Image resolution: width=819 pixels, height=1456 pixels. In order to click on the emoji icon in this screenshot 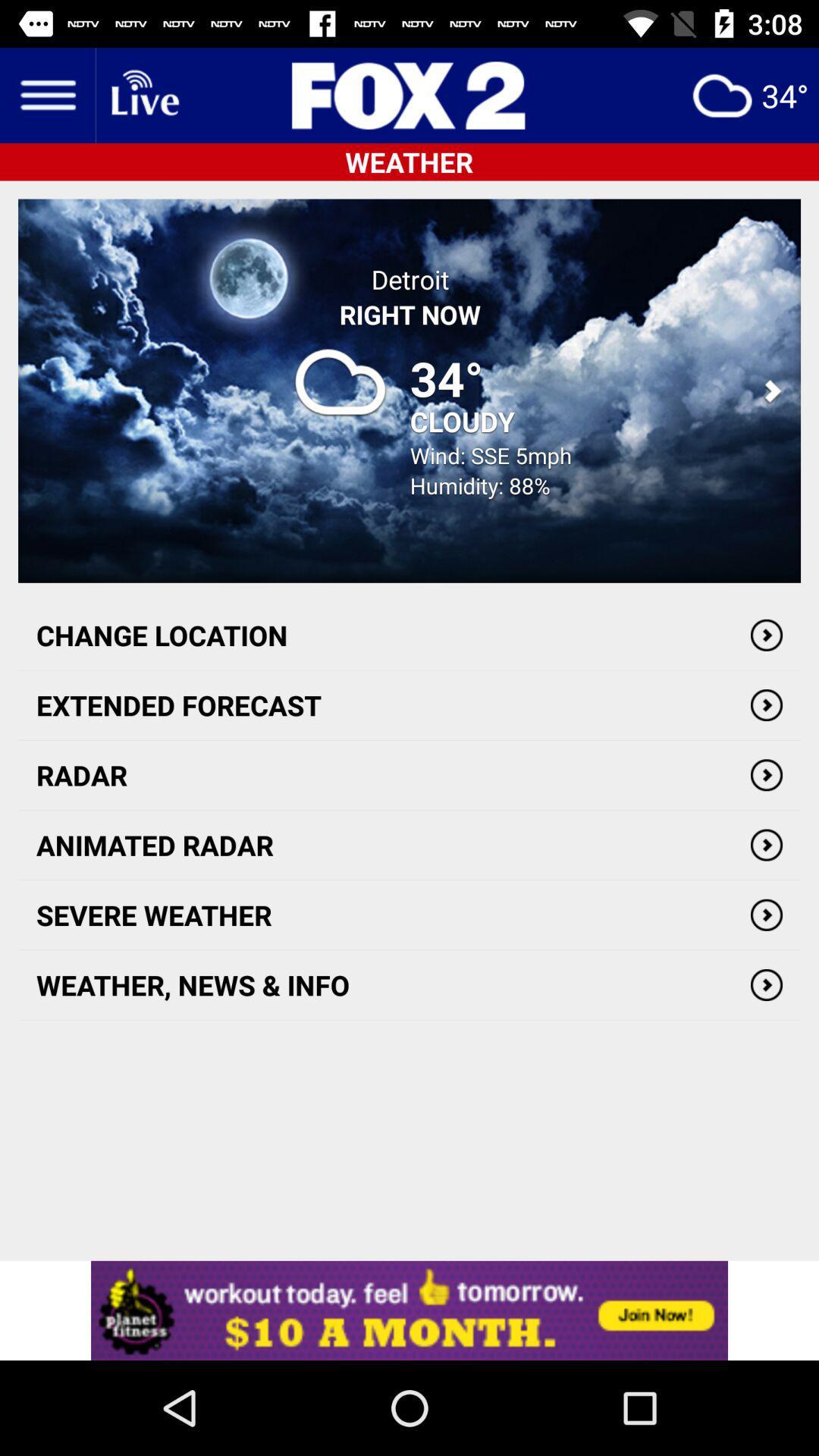, I will do `click(749, 94)`.